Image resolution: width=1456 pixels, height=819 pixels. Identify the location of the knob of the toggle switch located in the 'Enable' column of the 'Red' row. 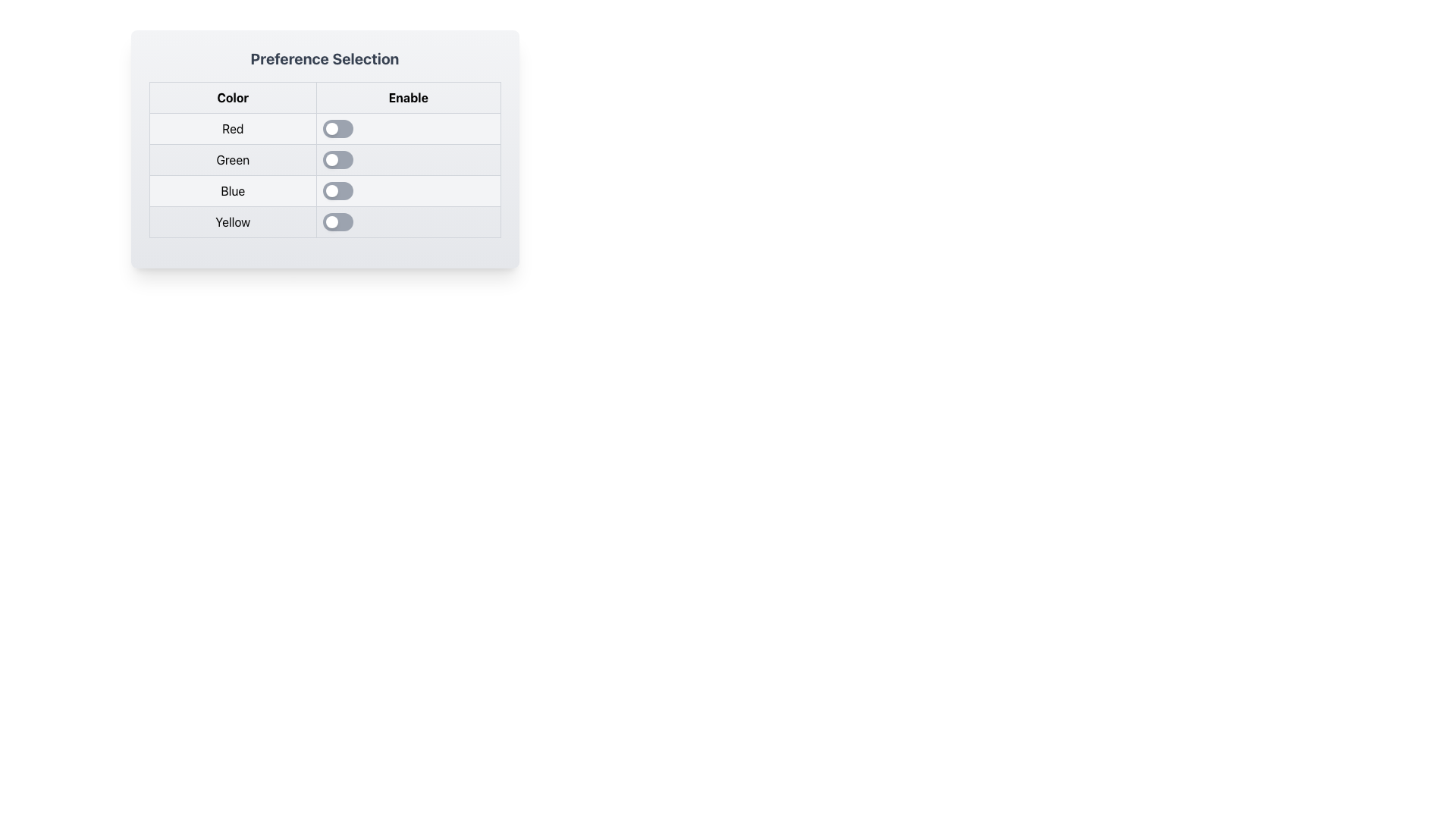
(337, 127).